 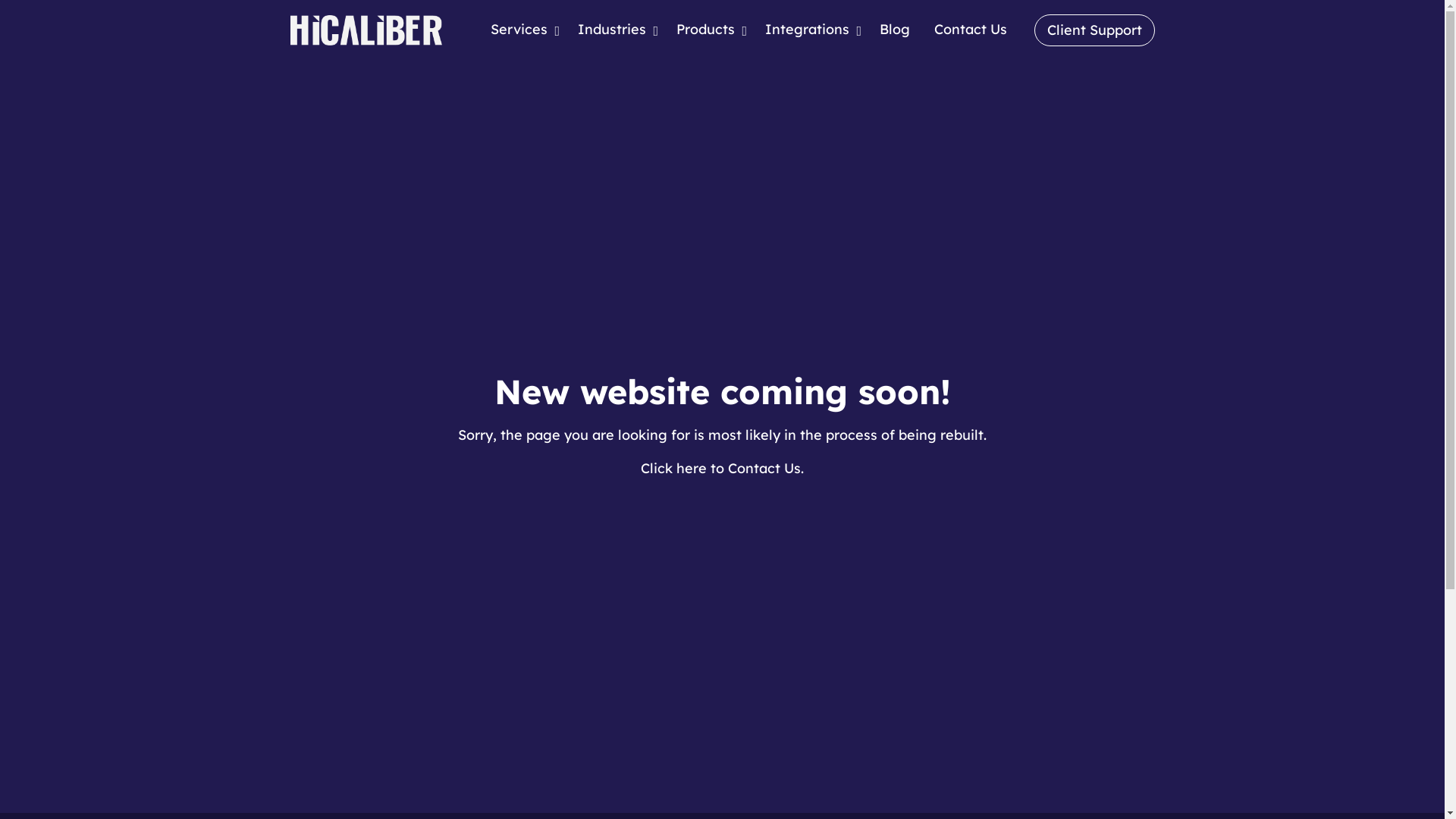 I want to click on 'Contact Us', so click(x=921, y=29).